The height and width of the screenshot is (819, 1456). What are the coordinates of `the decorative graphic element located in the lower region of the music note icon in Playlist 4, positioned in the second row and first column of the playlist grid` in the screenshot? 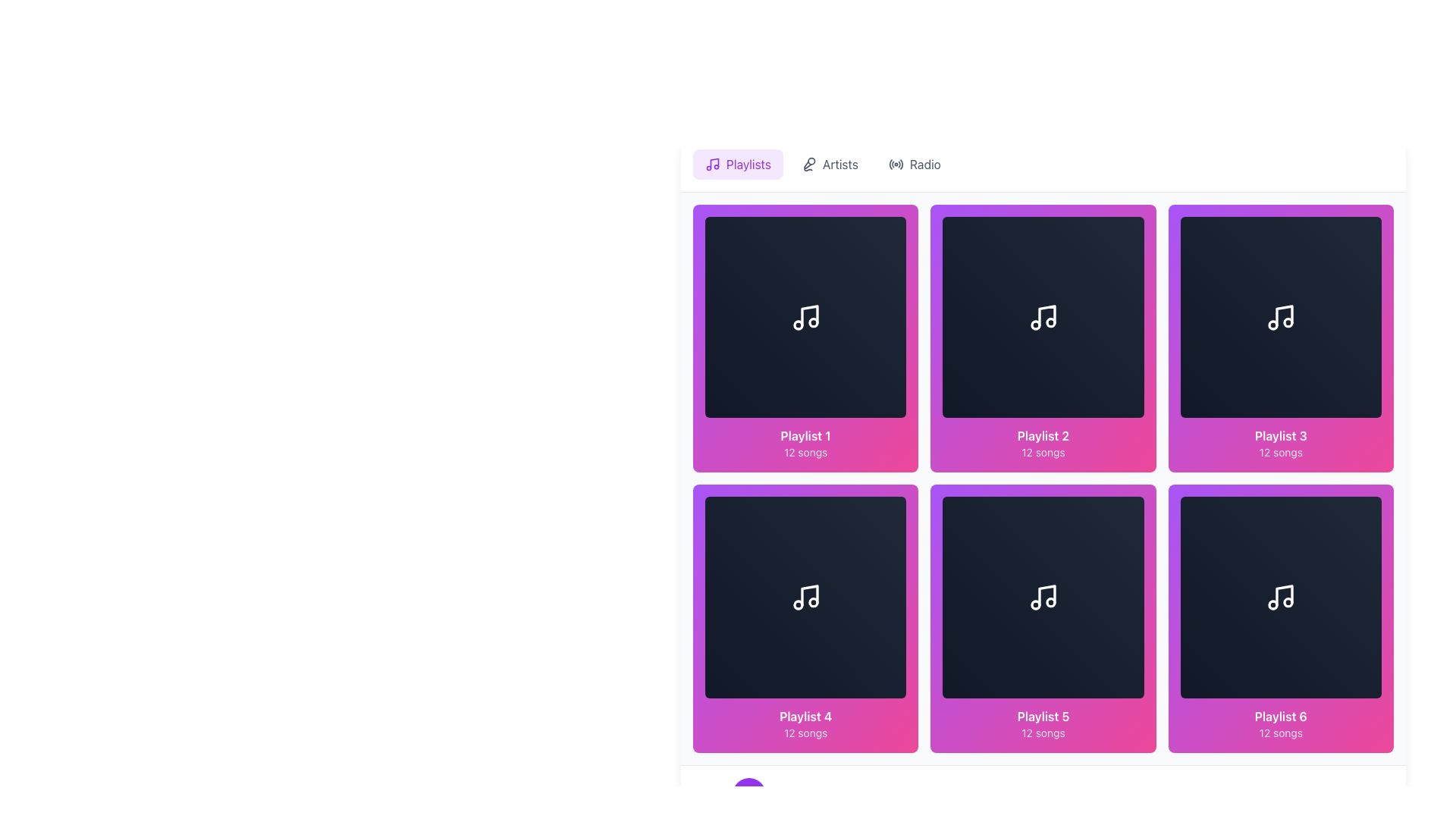 It's located at (812, 601).